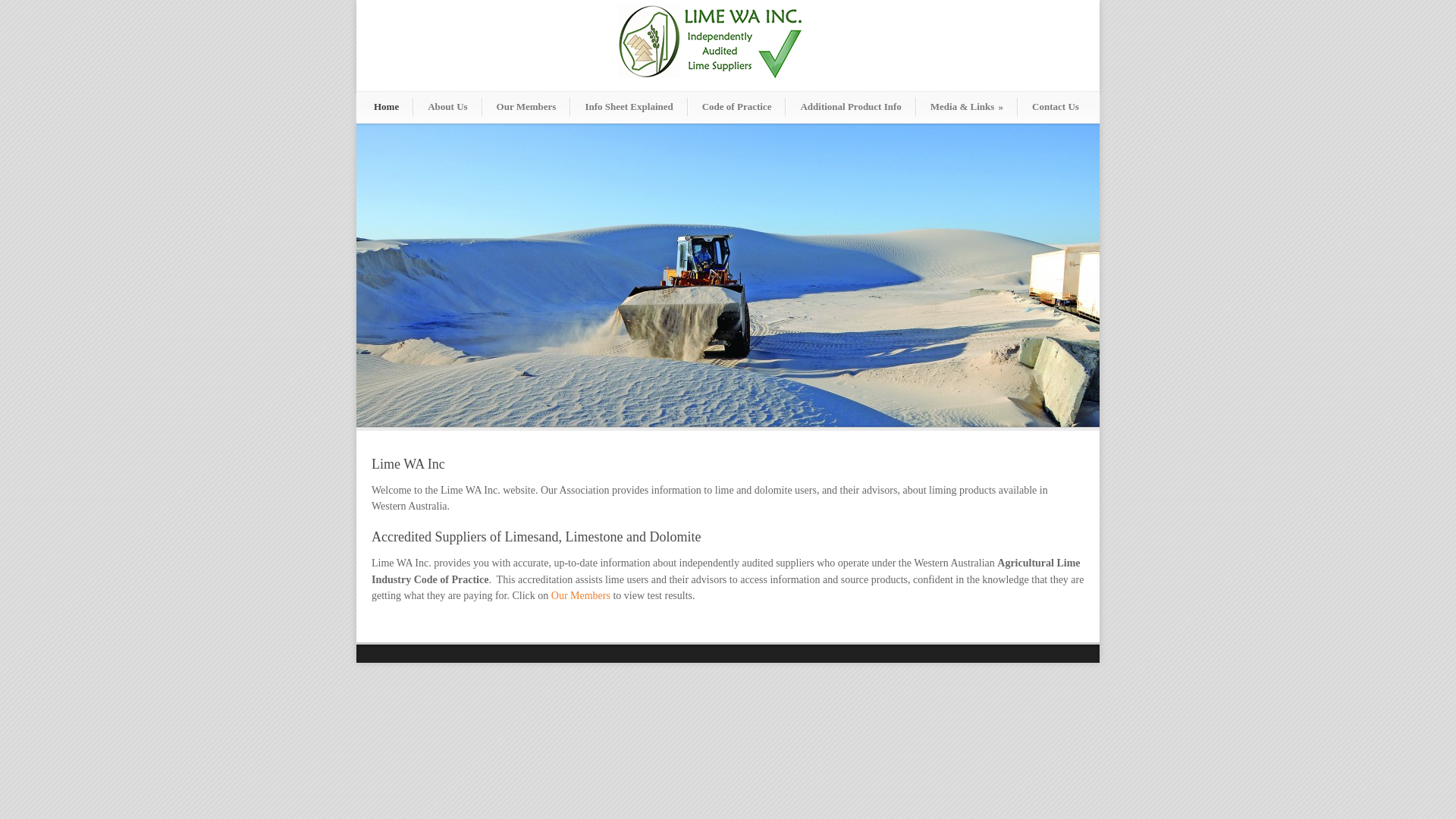 The height and width of the screenshot is (819, 1456). Describe the element at coordinates (447, 106) in the screenshot. I see `'About Us'` at that location.